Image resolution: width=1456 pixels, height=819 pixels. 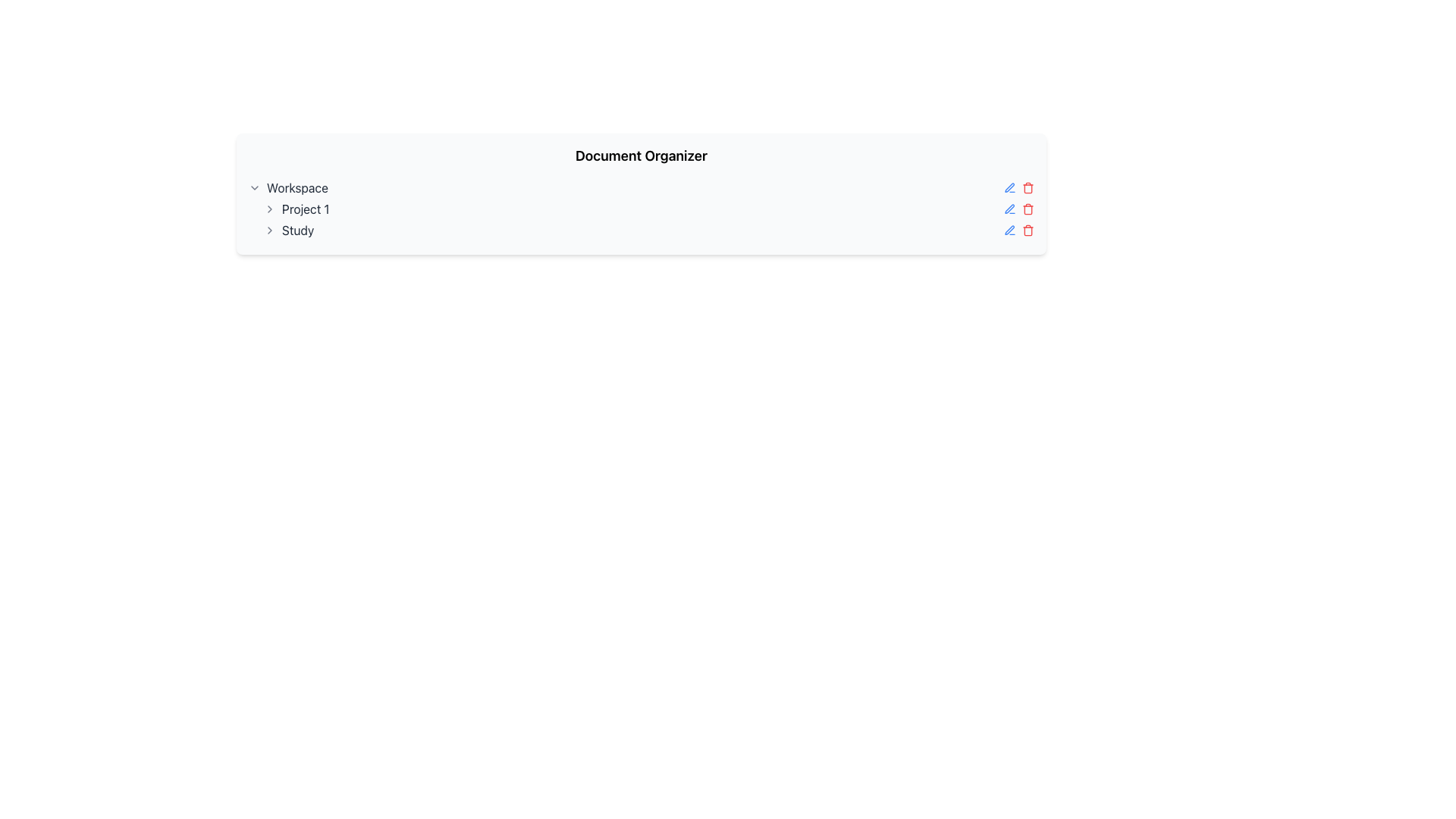 What do you see at coordinates (1028, 231) in the screenshot?
I see `the trash bin icon button, which is red and indicates a deletion action, located to the right of the blue pen icon in the row` at bounding box center [1028, 231].